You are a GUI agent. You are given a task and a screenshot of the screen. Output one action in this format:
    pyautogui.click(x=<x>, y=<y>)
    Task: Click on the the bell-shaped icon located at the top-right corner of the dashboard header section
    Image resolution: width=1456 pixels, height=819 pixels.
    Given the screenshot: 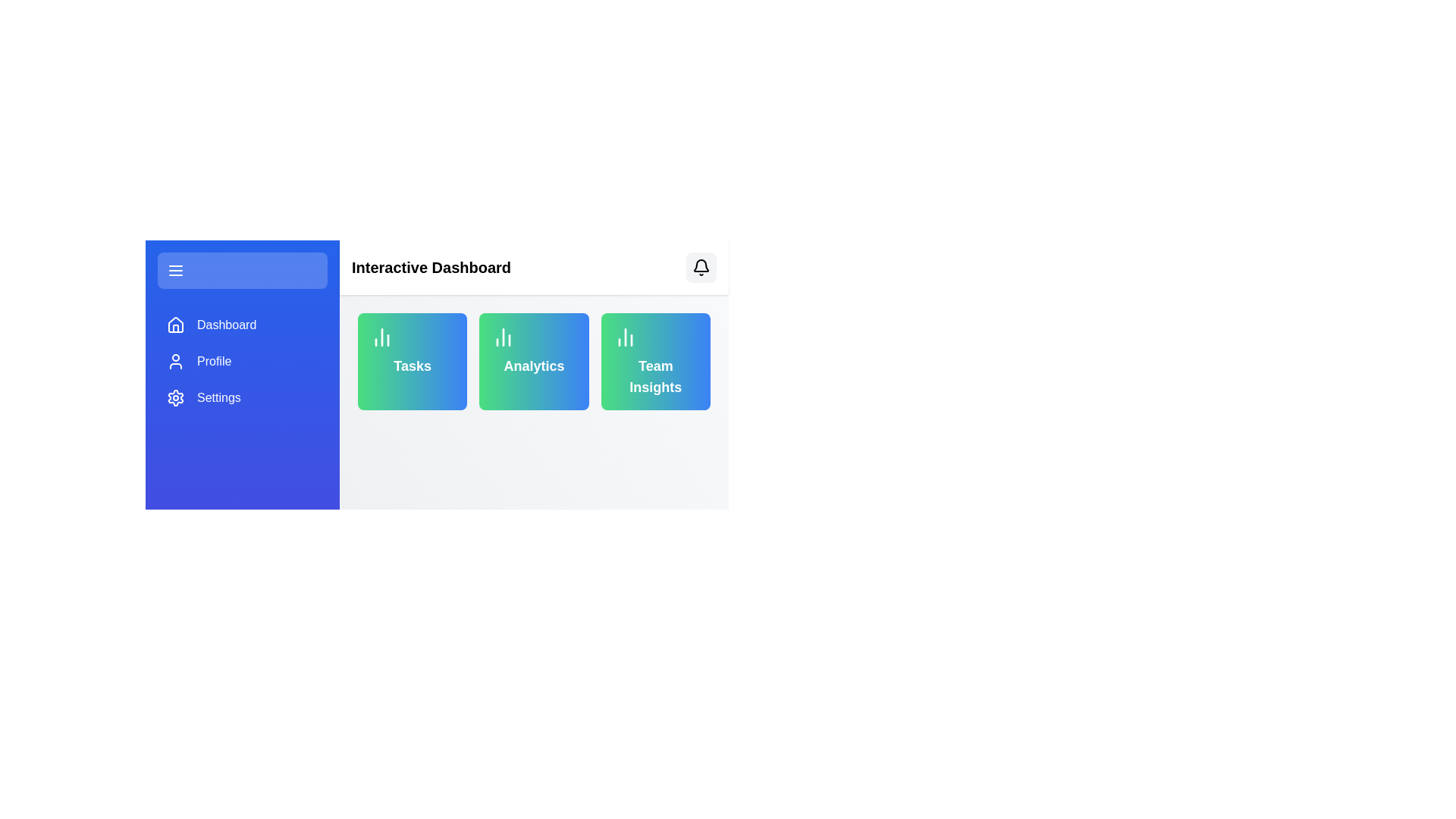 What is the action you would take?
    pyautogui.click(x=701, y=267)
    